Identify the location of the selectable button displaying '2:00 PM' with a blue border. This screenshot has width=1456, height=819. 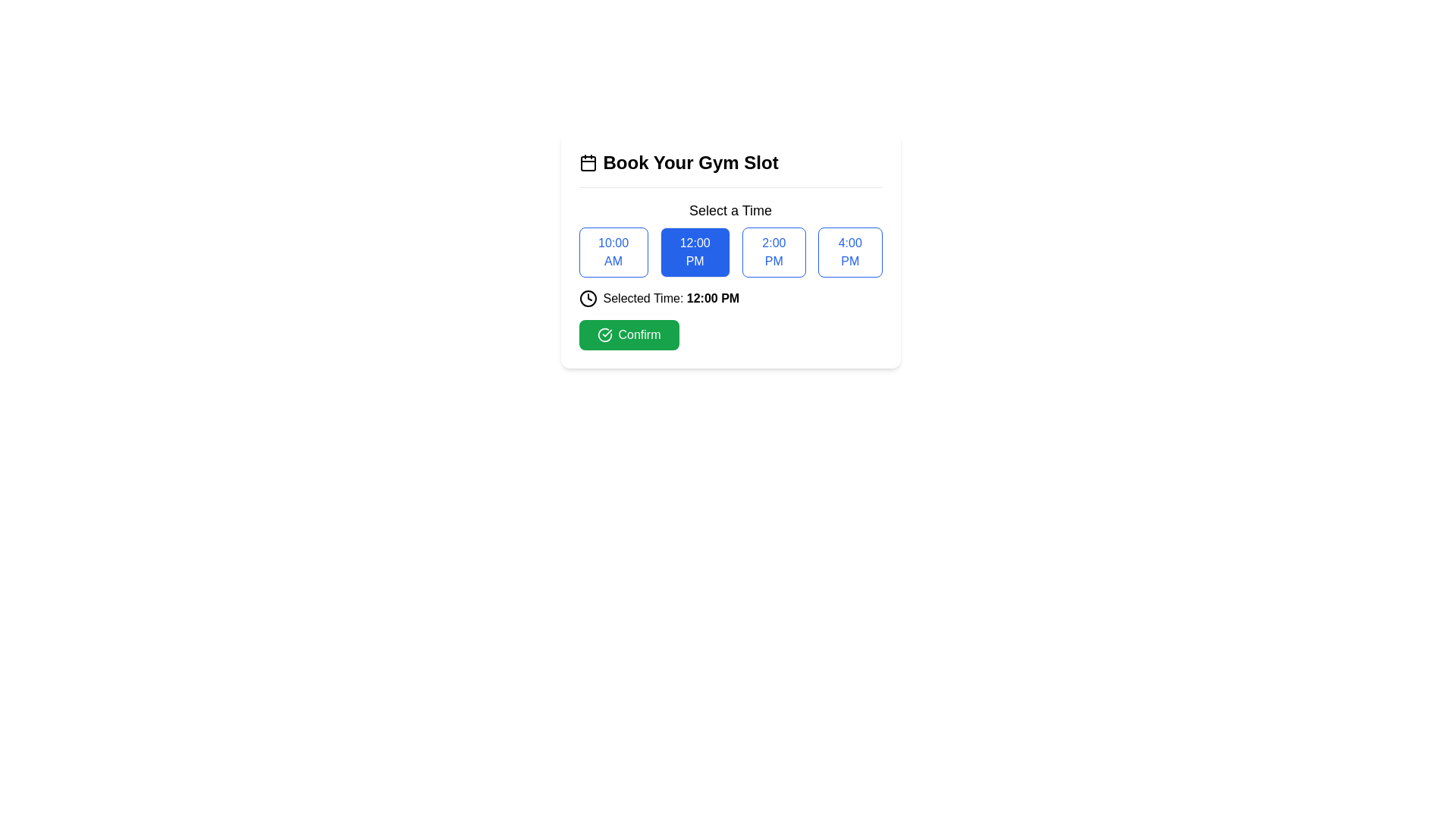
(773, 251).